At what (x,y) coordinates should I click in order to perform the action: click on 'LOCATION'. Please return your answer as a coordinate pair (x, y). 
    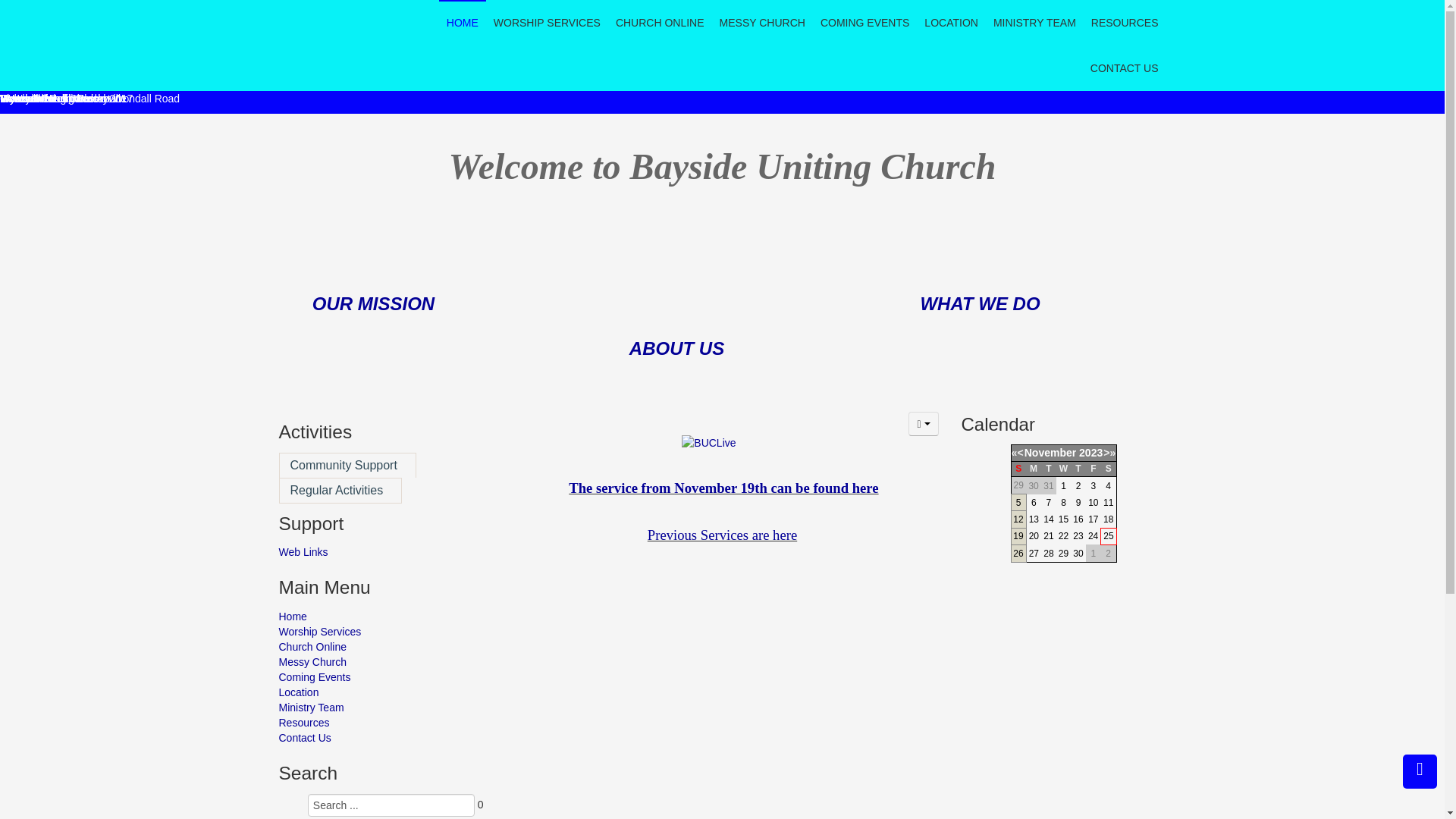
    Looking at the image, I should click on (950, 23).